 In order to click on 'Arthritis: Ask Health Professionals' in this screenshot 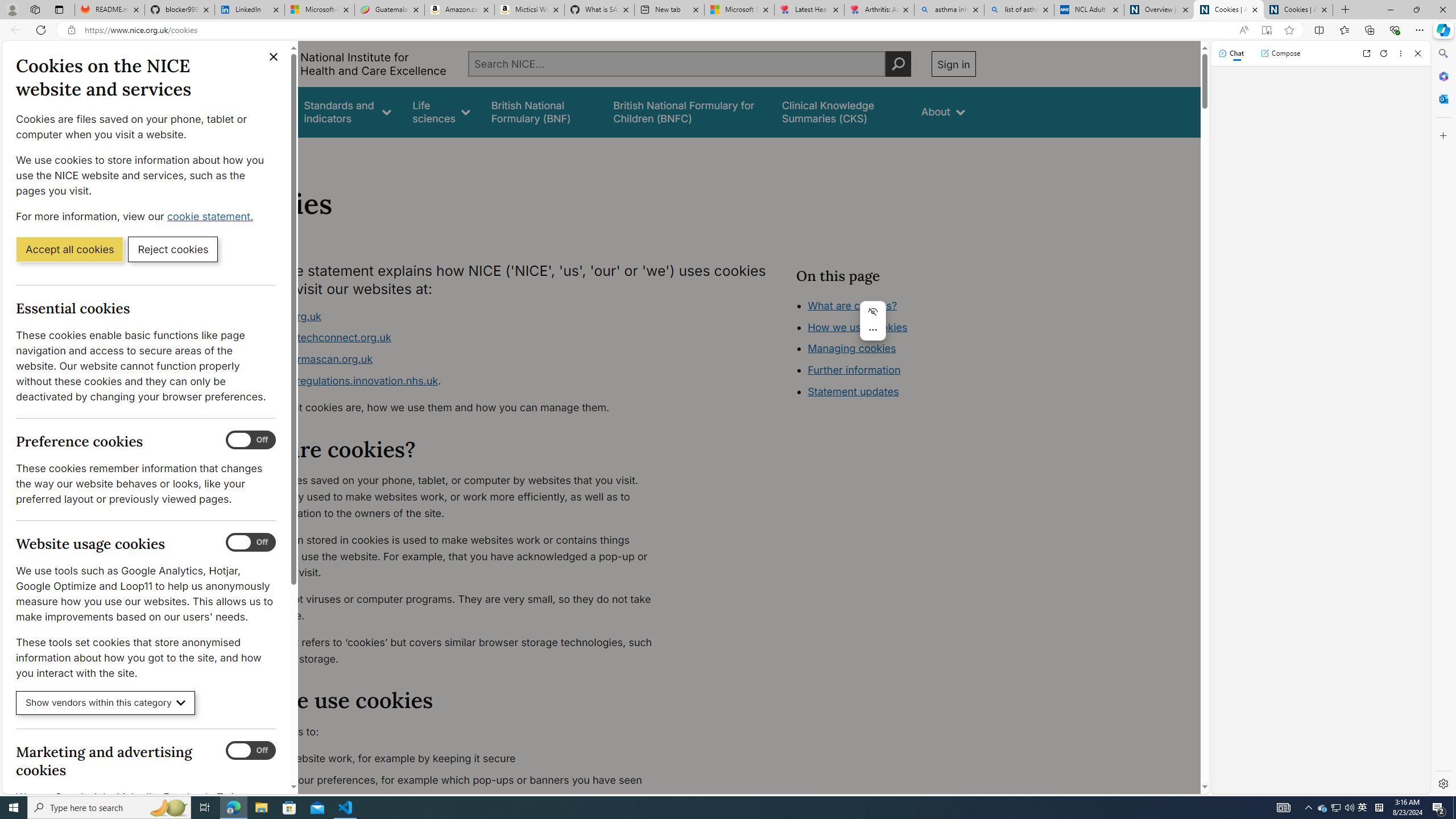, I will do `click(879, 9)`.